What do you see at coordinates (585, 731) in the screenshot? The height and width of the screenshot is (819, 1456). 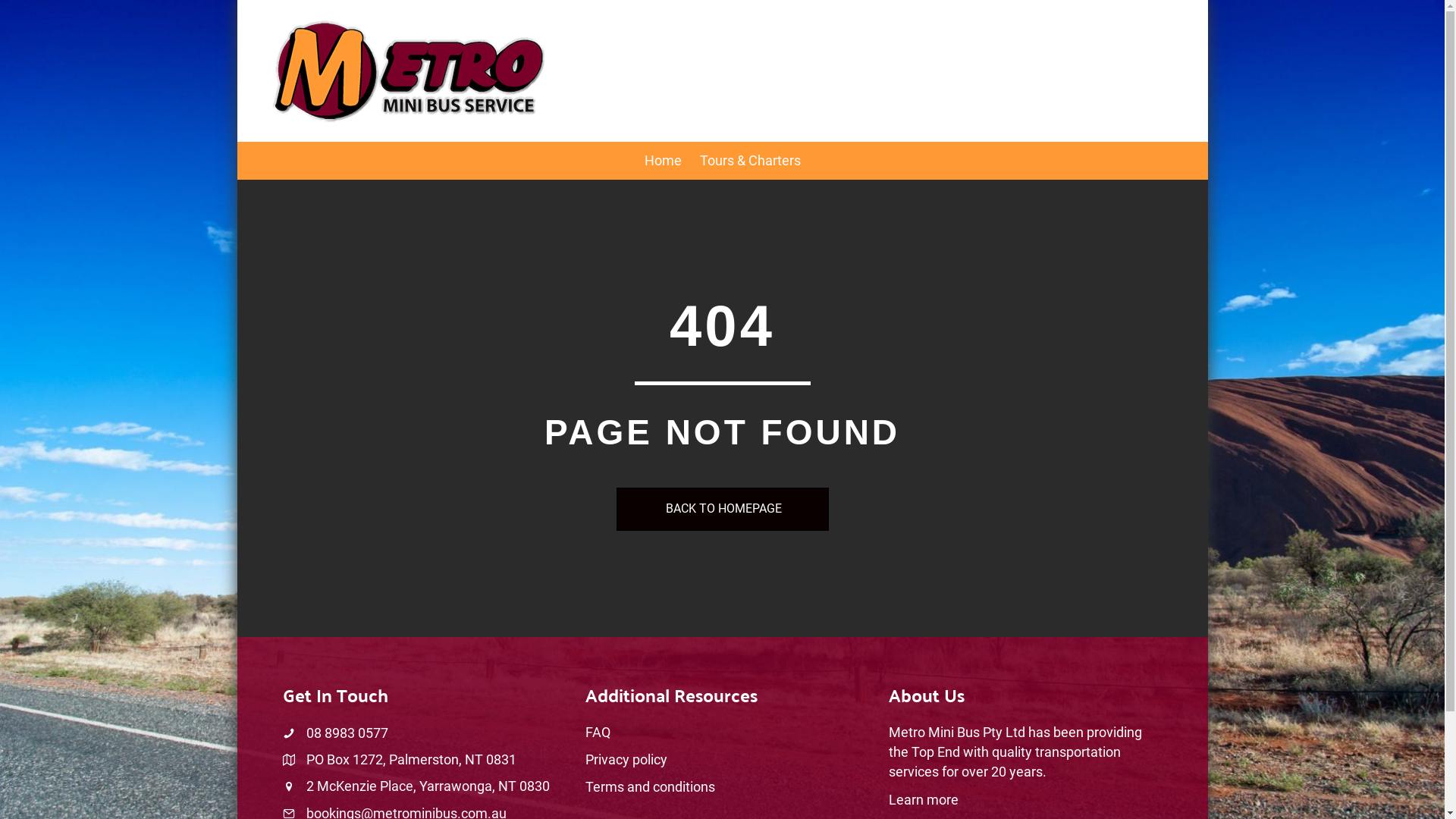 I see `'FAQ'` at bounding box center [585, 731].